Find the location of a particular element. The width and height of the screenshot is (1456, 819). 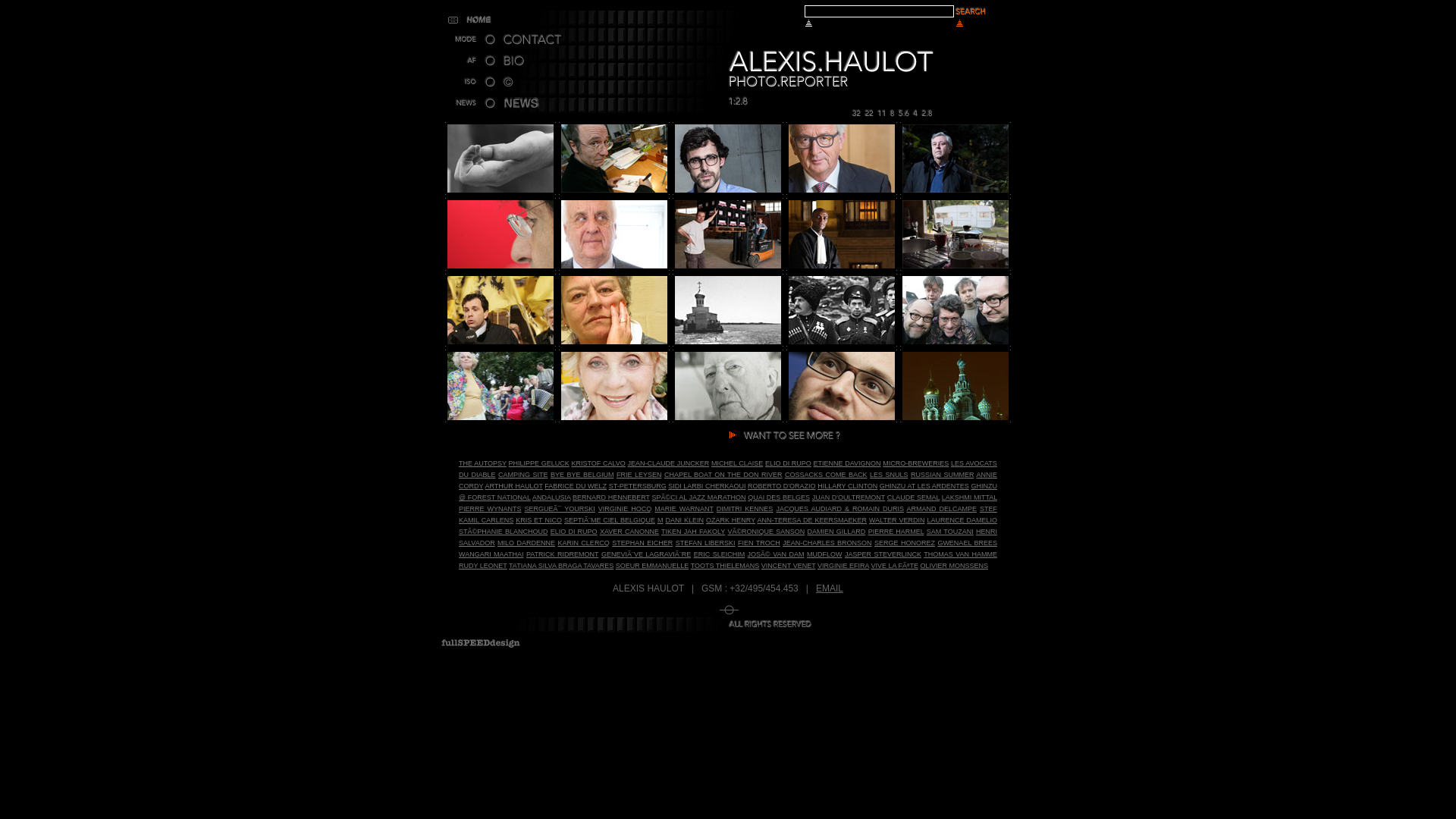

'MARIE WARNANT' is located at coordinates (654, 509).